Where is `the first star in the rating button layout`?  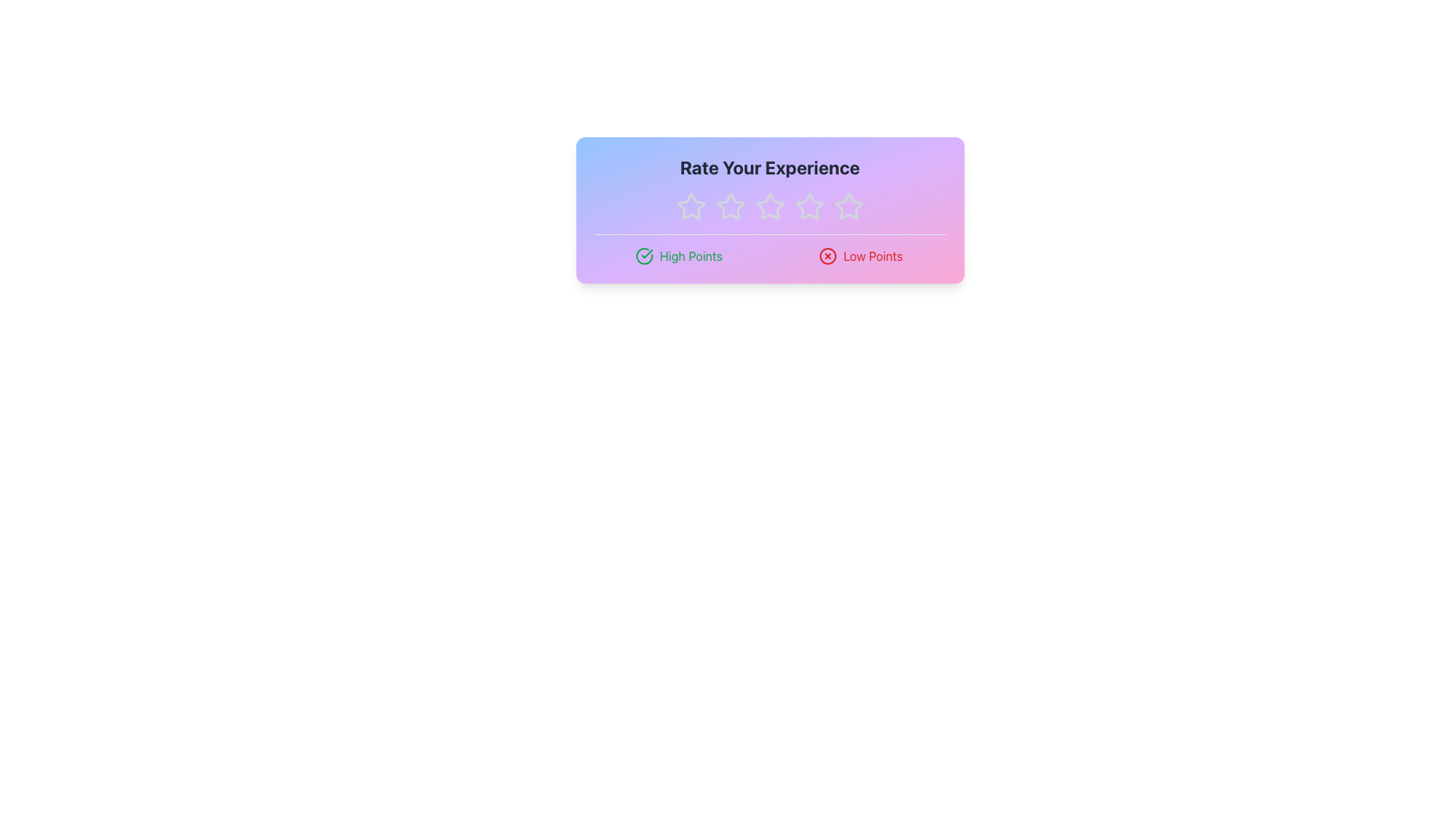
the first star in the rating button layout is located at coordinates (690, 207).